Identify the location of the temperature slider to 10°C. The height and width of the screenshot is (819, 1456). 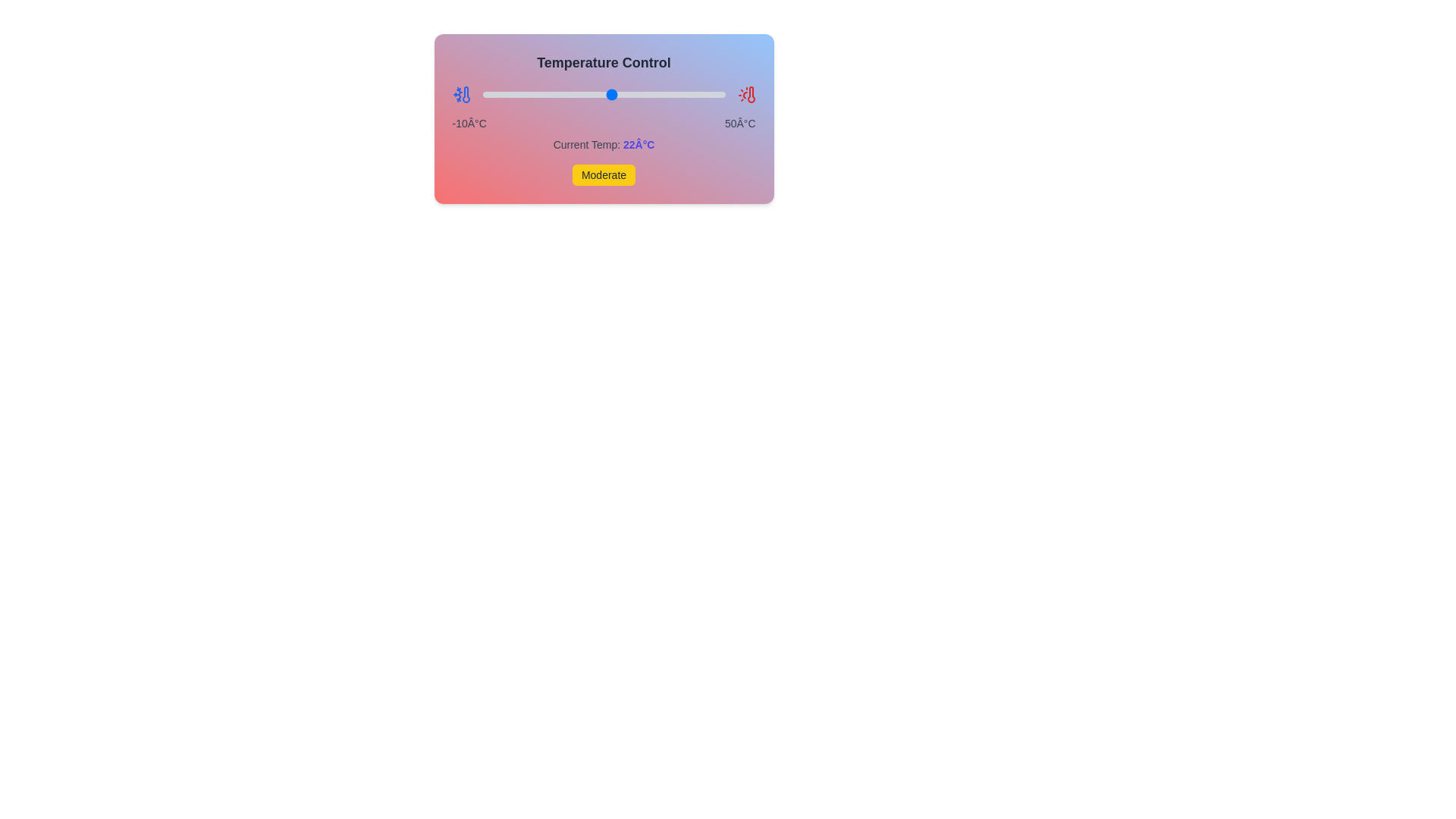
(563, 94).